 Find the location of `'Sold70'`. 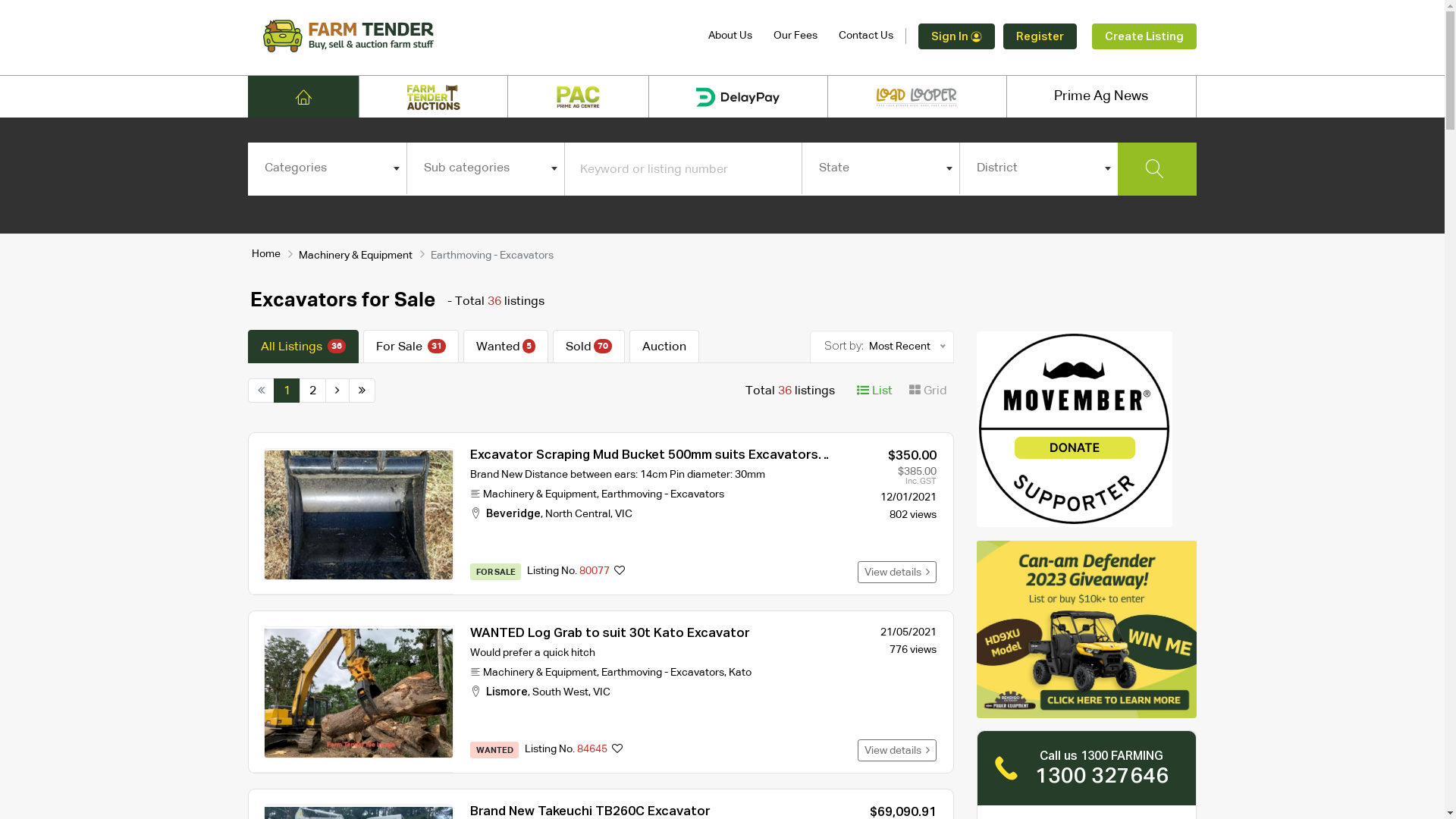

'Sold70' is located at coordinates (588, 346).